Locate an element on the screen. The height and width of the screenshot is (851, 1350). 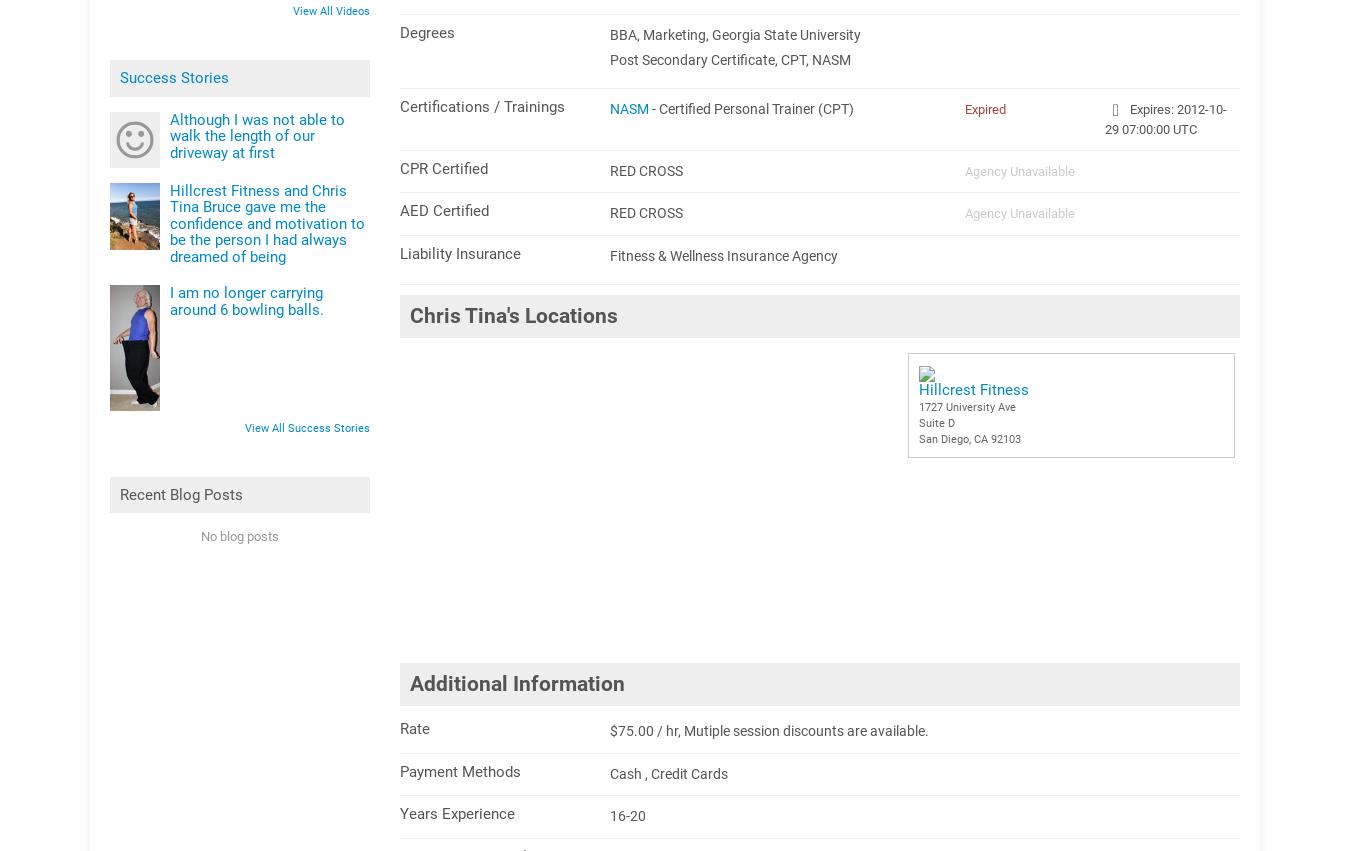
'Expires:' is located at coordinates (1125, 108).